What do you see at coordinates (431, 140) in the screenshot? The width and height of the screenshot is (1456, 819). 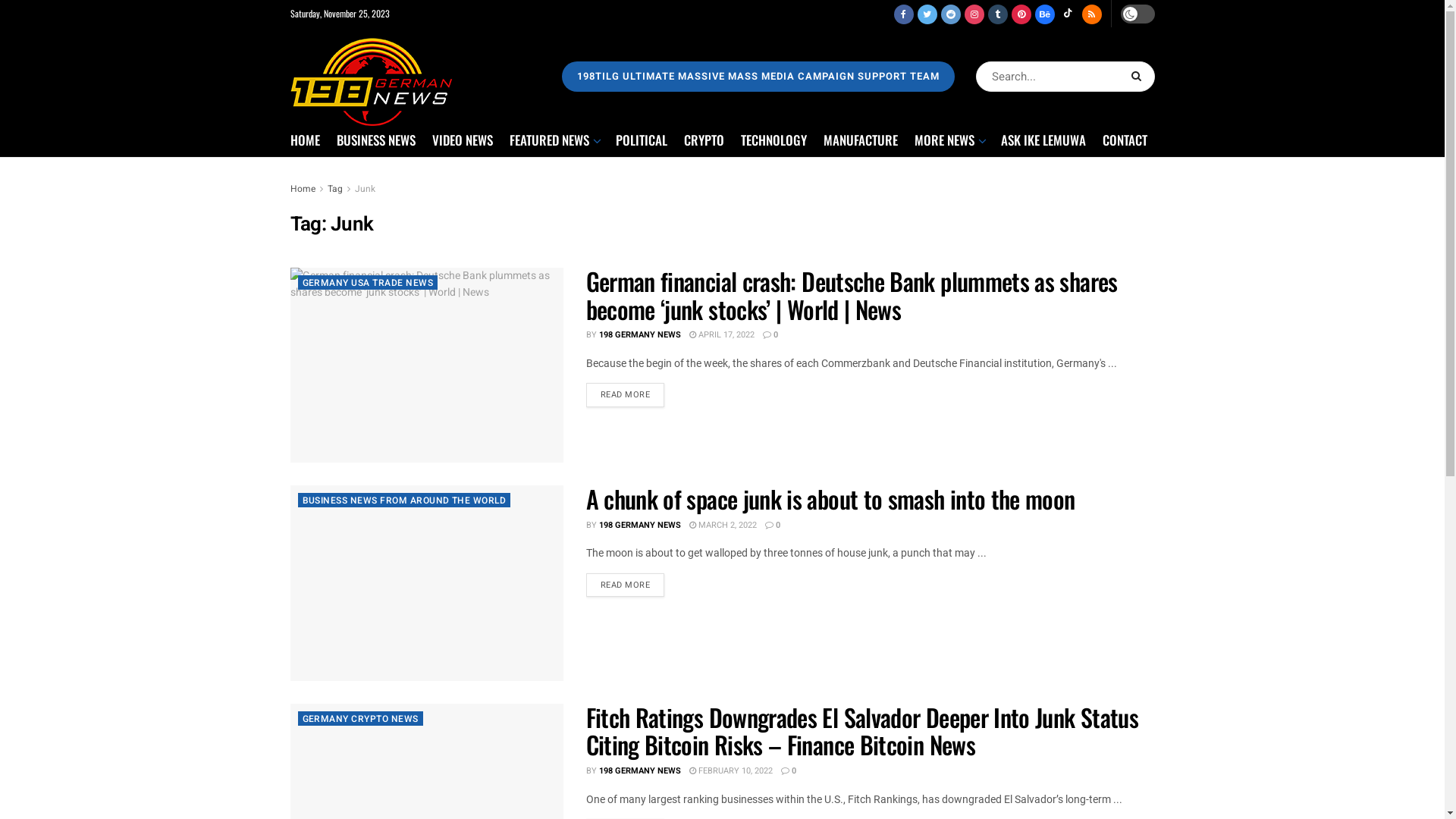 I see `'VIDEO NEWS'` at bounding box center [431, 140].